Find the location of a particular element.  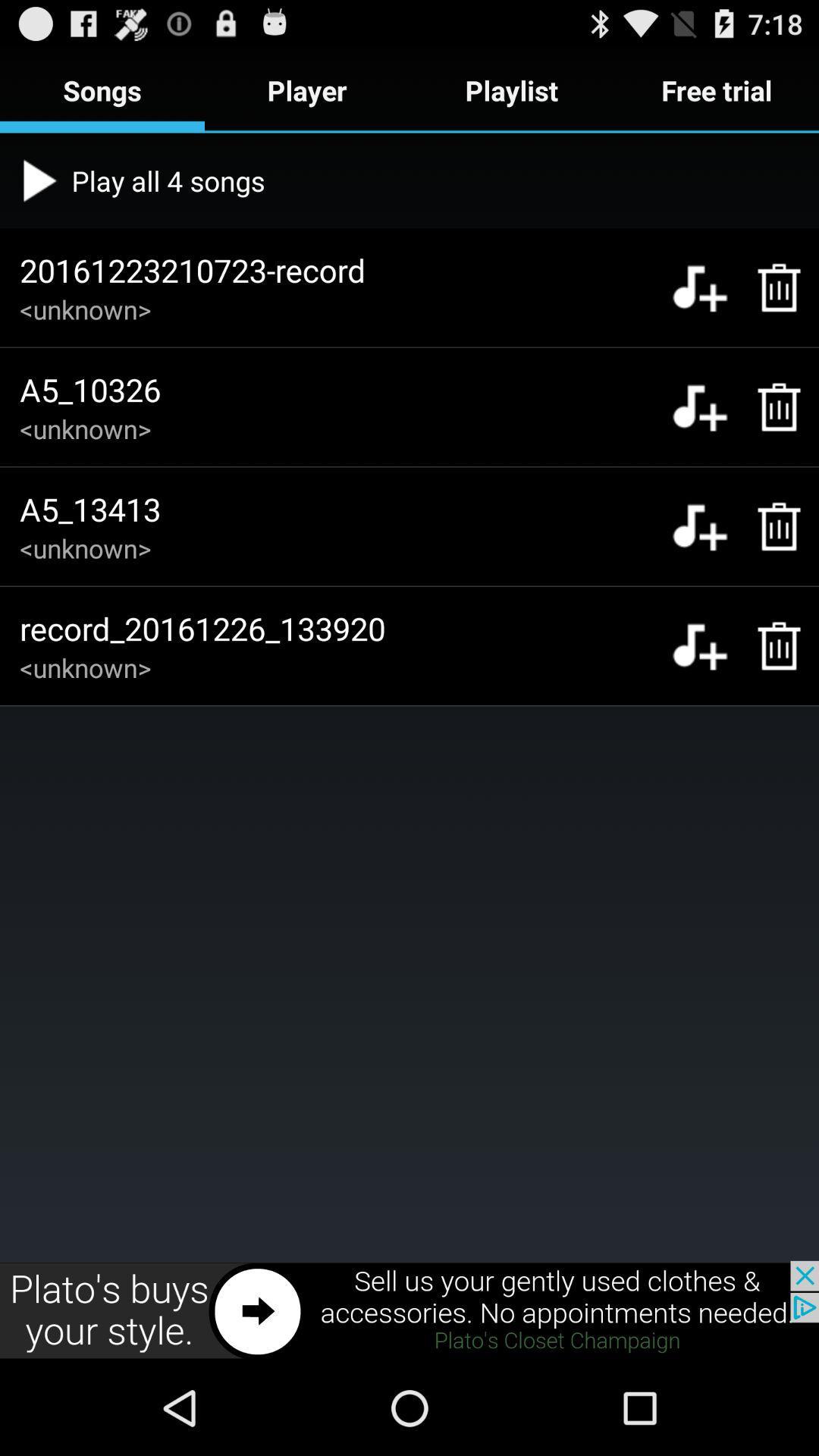

a song is located at coordinates (699, 645).